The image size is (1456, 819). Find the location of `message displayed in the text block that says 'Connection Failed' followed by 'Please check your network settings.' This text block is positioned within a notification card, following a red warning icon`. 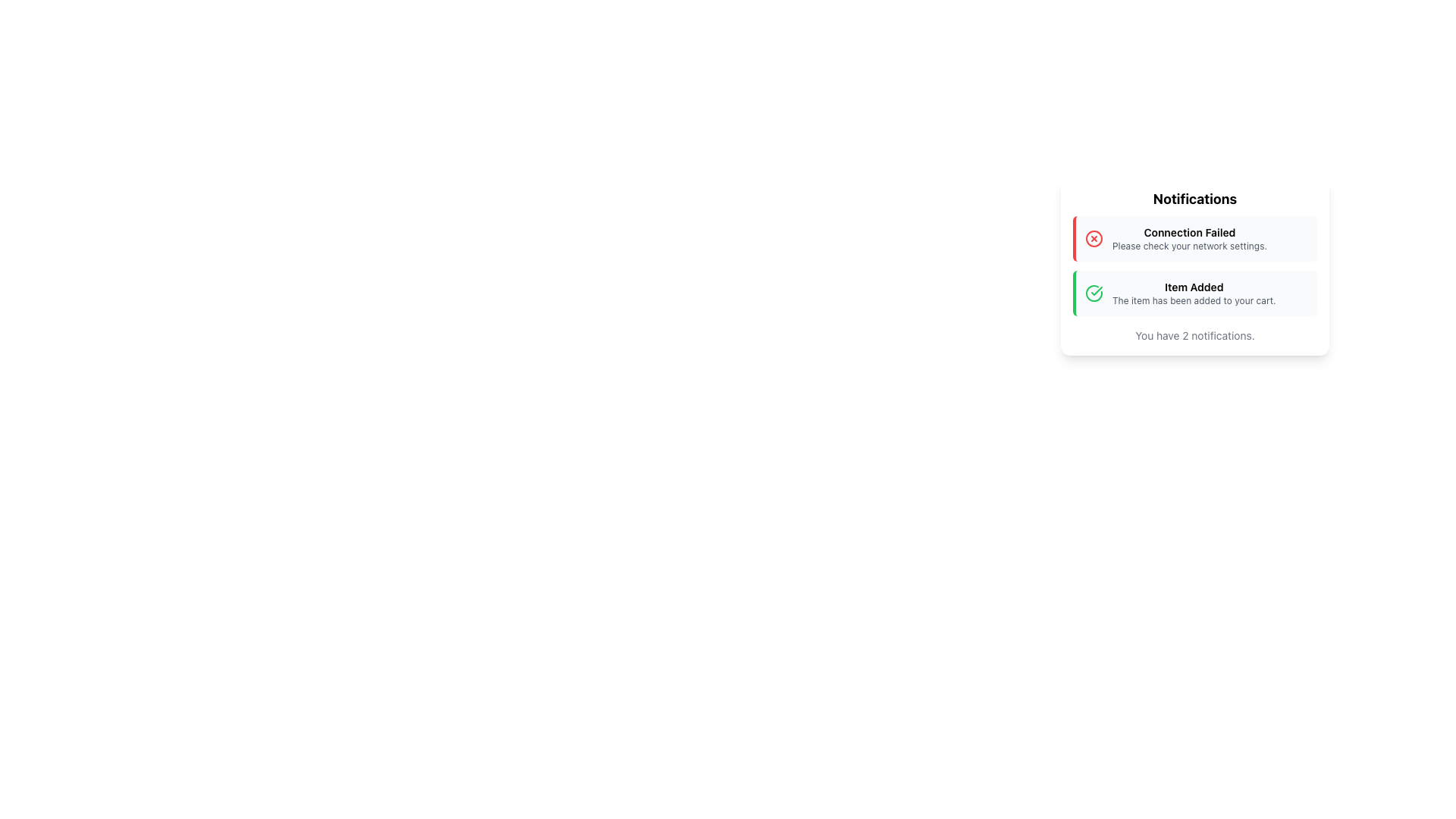

message displayed in the text block that says 'Connection Failed' followed by 'Please check your network settings.' This text block is positioned within a notification card, following a red warning icon is located at coordinates (1189, 239).